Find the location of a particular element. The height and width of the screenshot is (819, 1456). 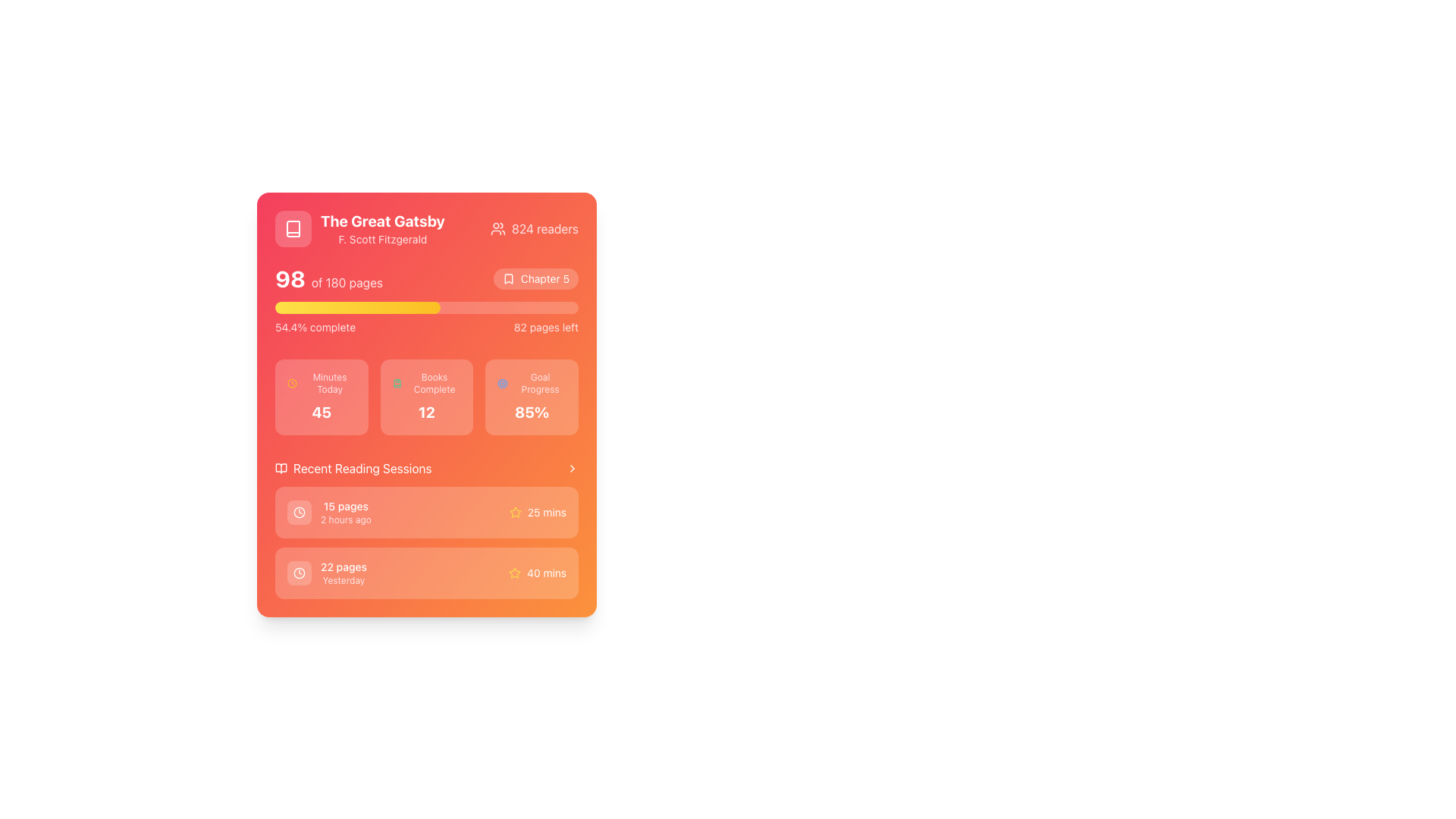

text element that serves as a time indicator located in the bottom-right corner of the recent reading session information section, specifically the second timestamp displayed after '25 mins' is located at coordinates (546, 573).